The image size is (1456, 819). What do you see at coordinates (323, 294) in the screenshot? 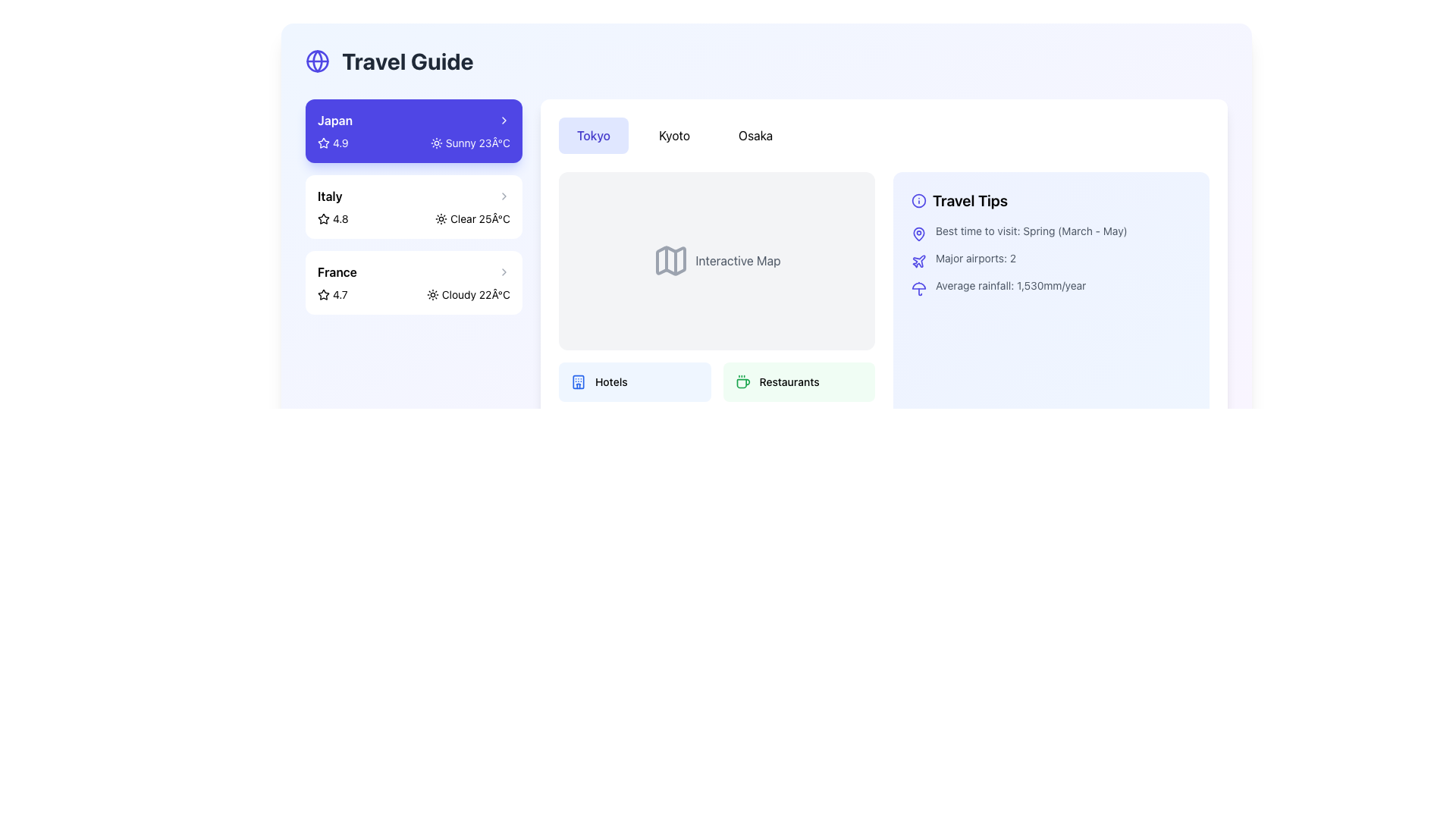
I see `the star icon used for indicating ratings in the 'Japan' section of the Travel Guide interface, located next to the text '4.9'` at bounding box center [323, 294].